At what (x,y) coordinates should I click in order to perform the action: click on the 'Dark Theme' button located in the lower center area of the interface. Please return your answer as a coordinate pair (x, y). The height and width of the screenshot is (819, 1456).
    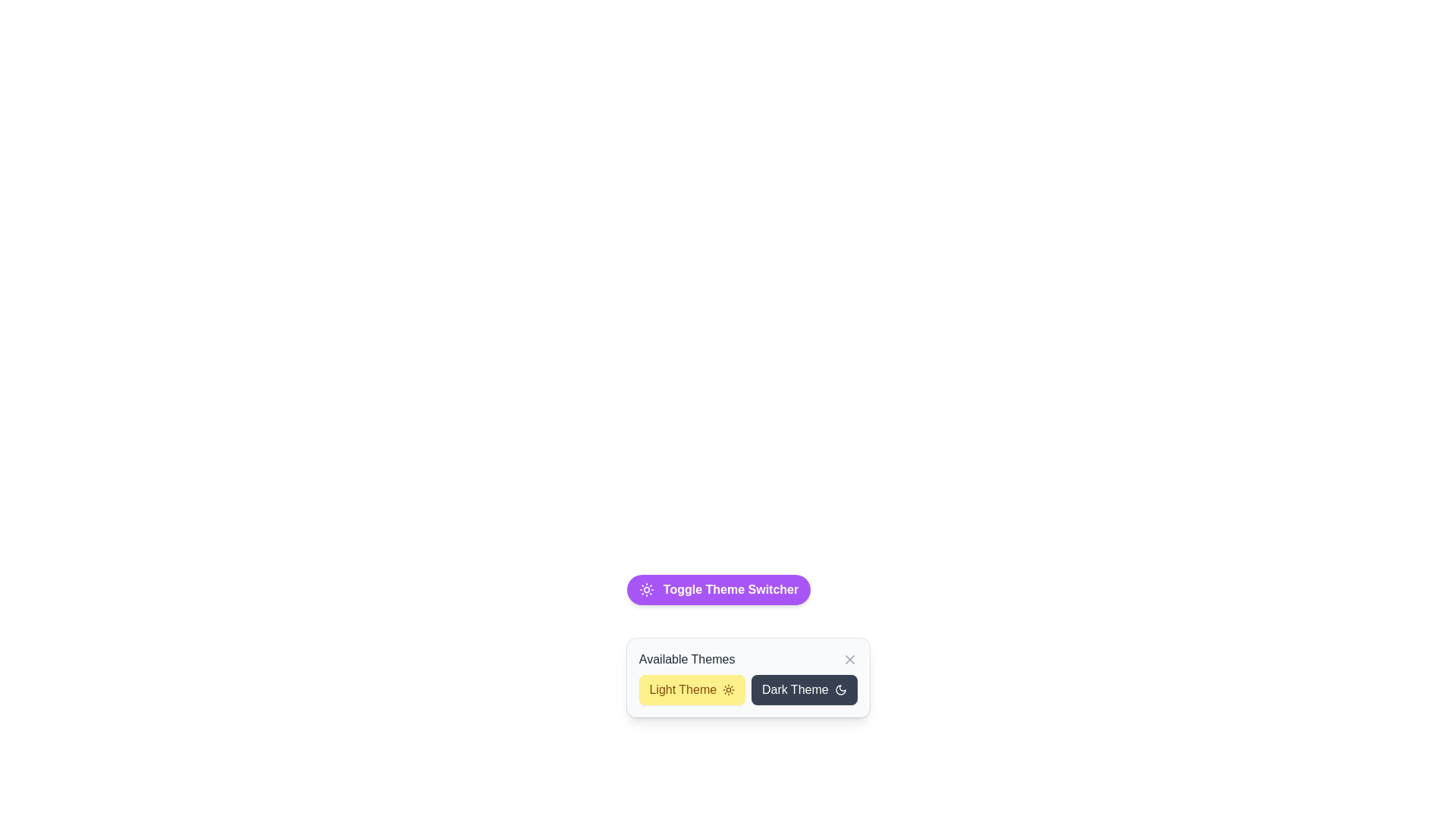
    Looking at the image, I should click on (803, 690).